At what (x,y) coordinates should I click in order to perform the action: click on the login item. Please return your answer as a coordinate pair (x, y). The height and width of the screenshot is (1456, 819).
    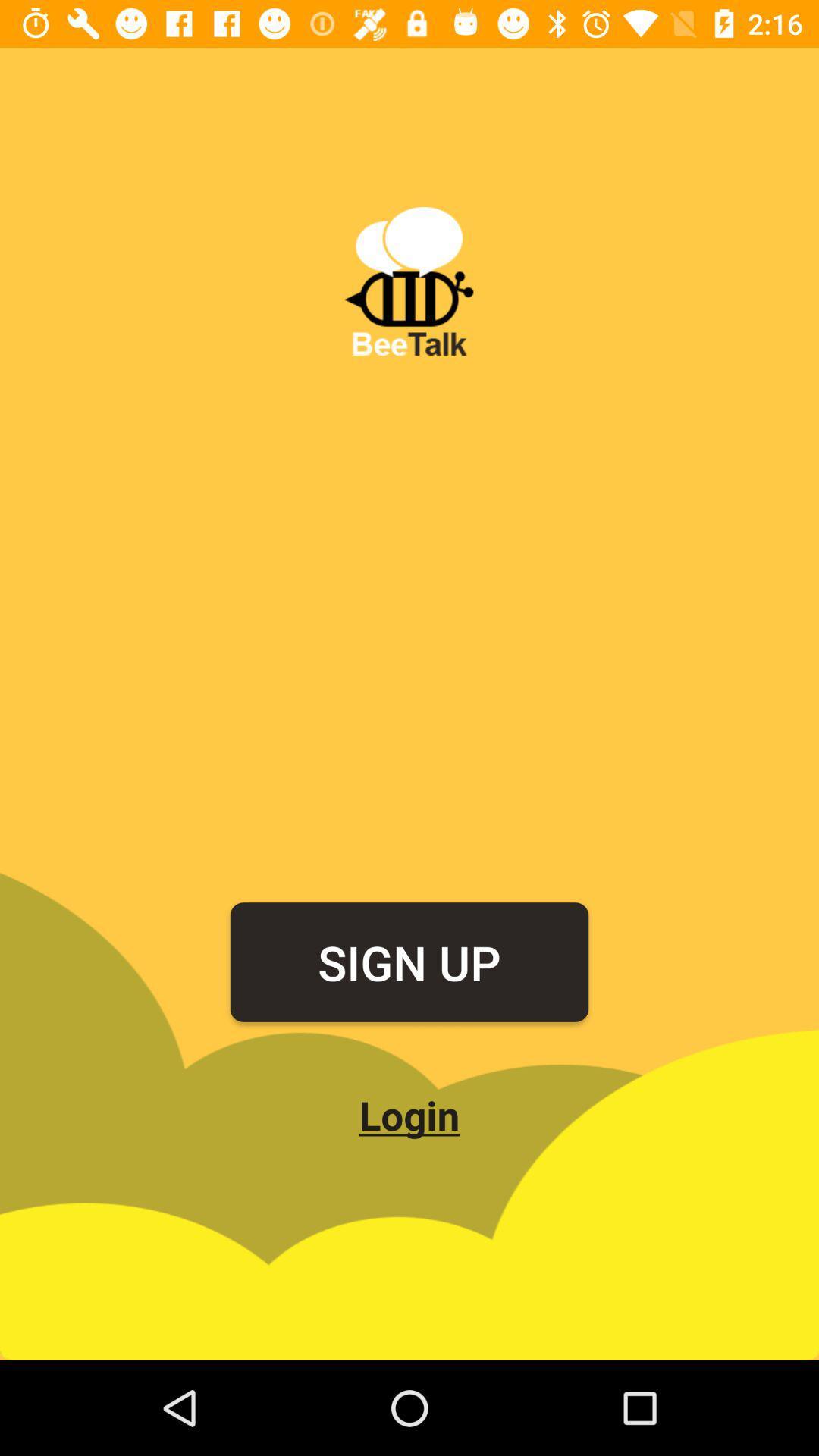
    Looking at the image, I should click on (409, 1115).